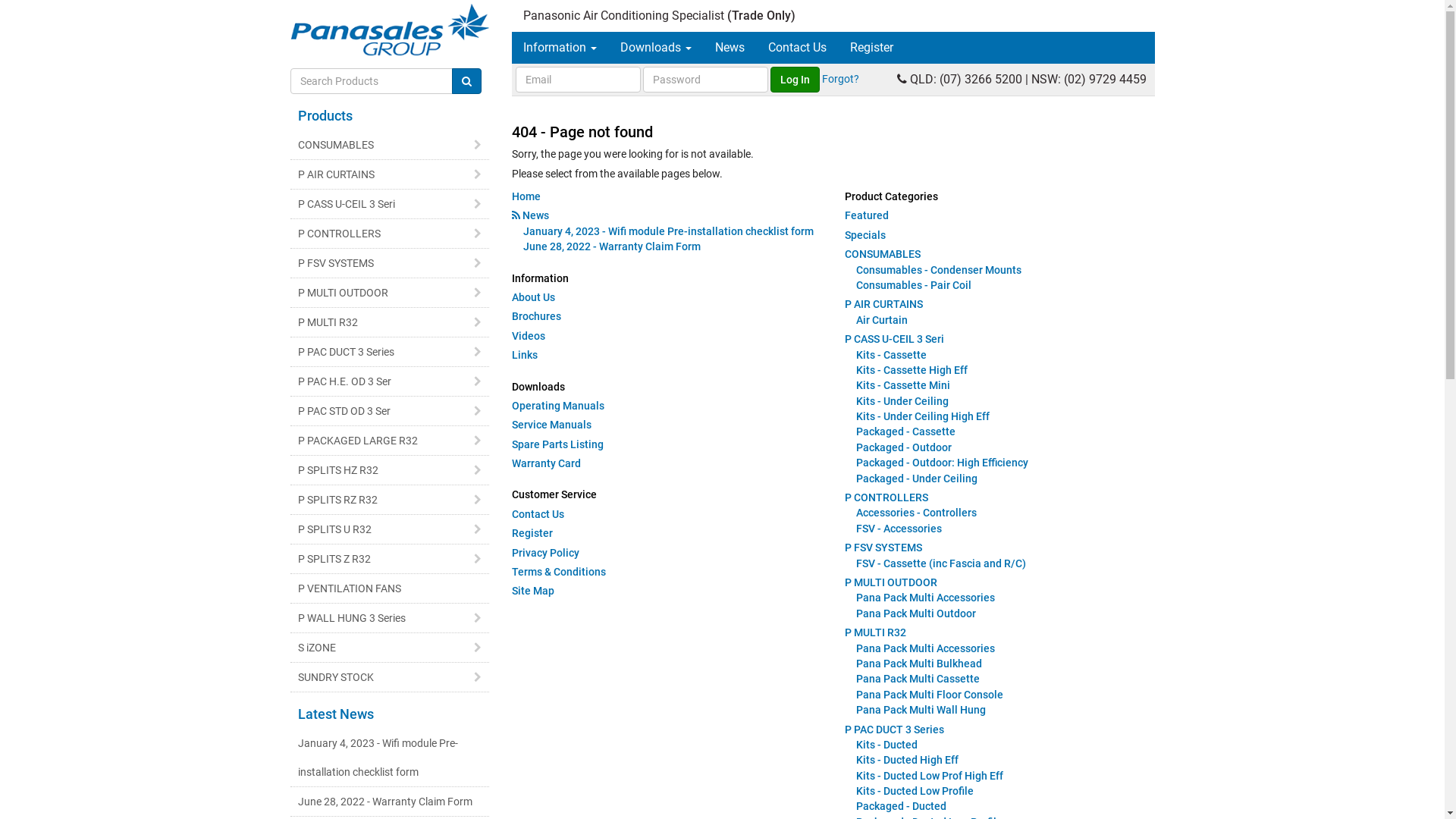 Image resolution: width=1456 pixels, height=819 pixels. I want to click on 'Air Curtain', so click(881, 318).